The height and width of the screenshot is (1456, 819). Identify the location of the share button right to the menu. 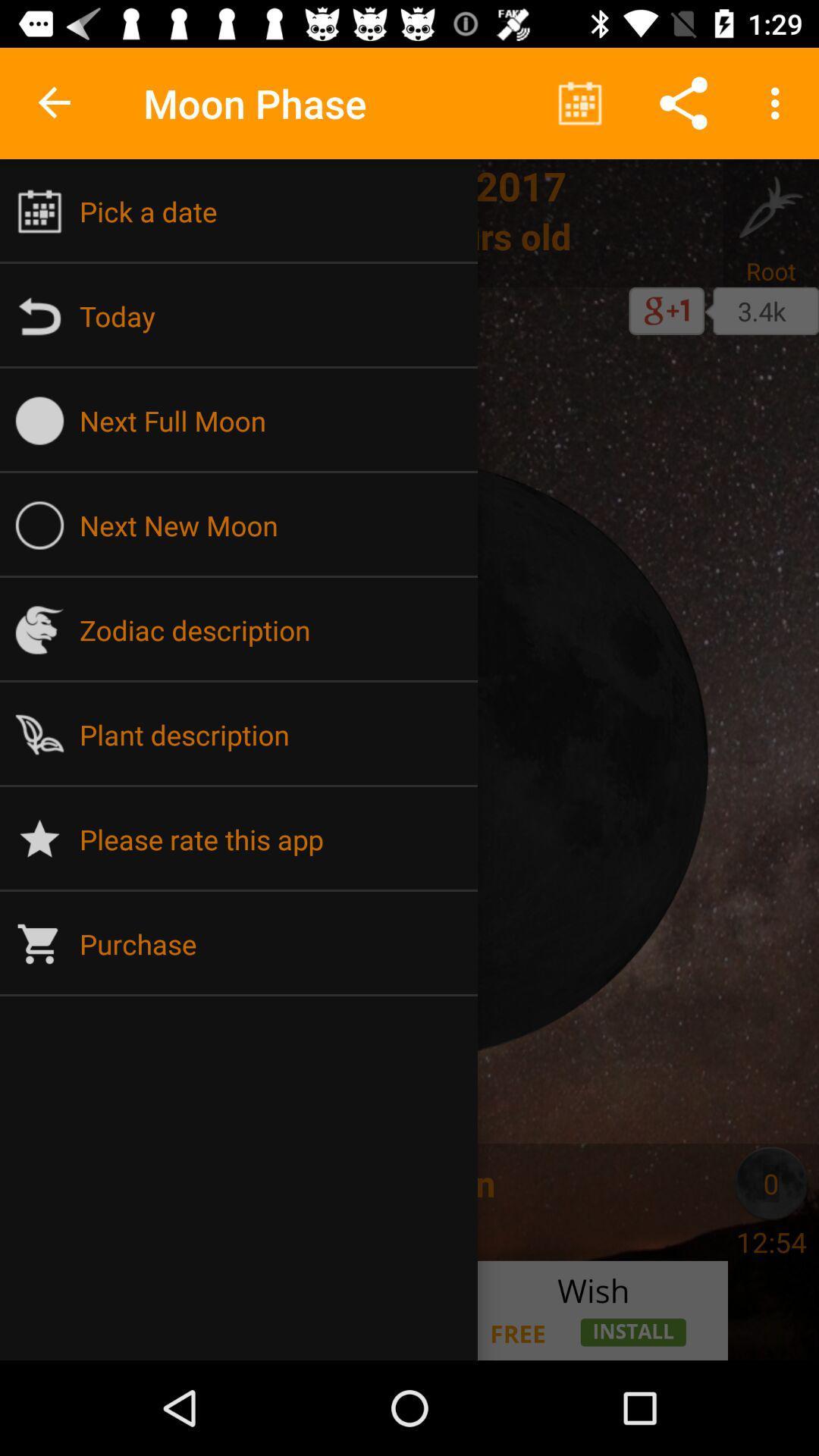
(684, 103).